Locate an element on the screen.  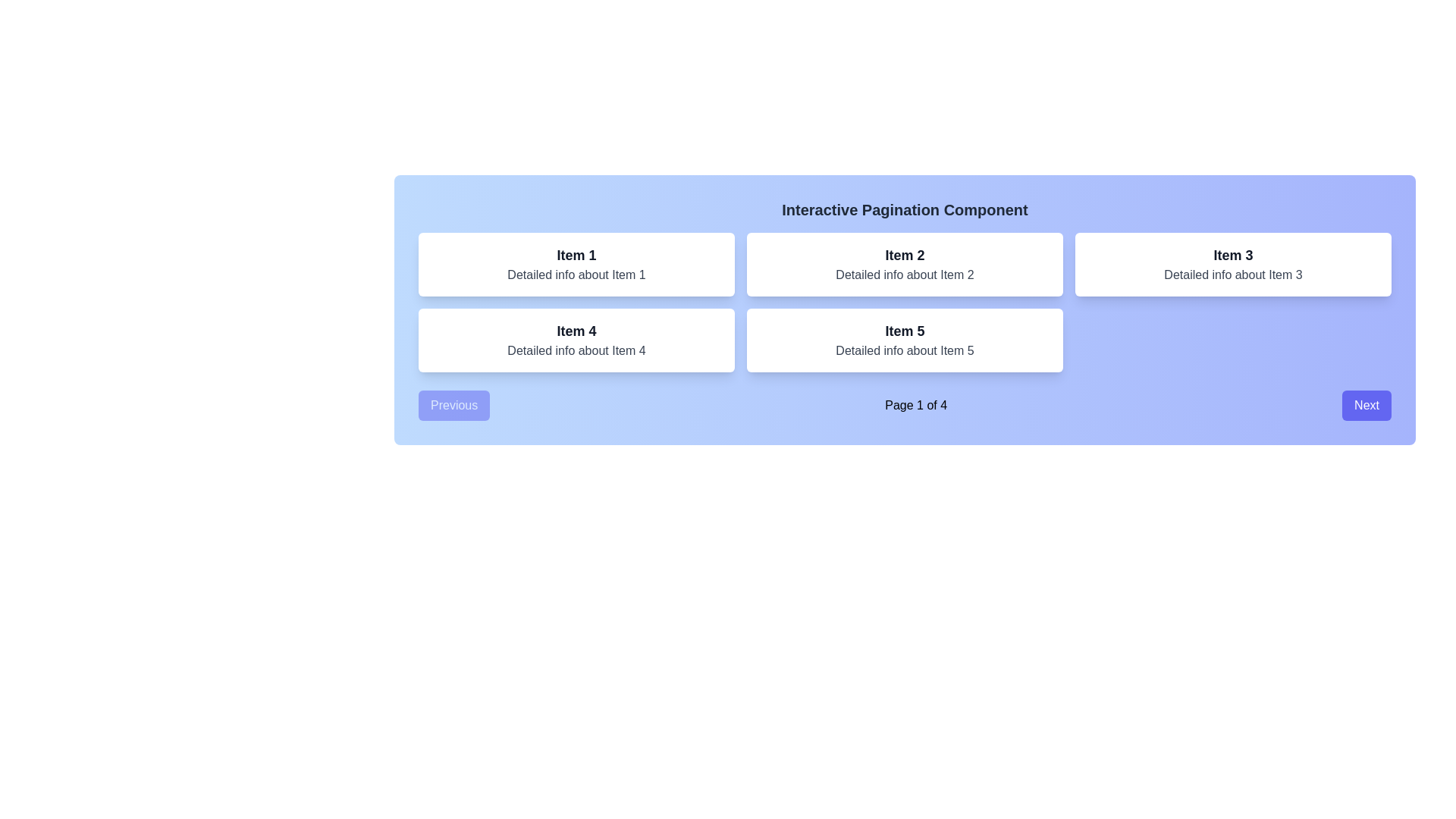
pagination text in the center of the pagination bar to understand the current page, which indicates 'Page 1 of 4' is located at coordinates (905, 405).